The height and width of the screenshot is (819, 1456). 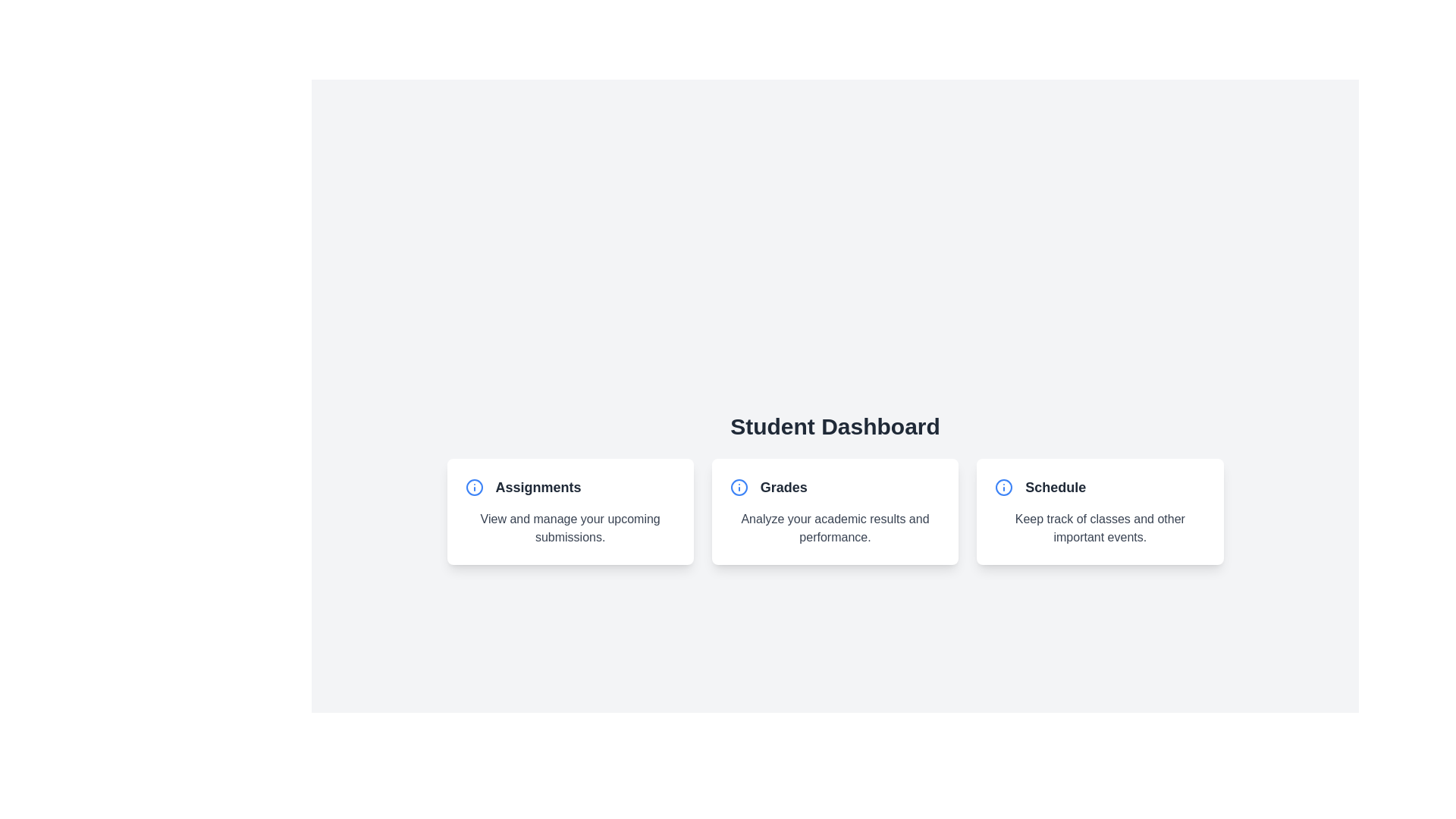 I want to click on the blue circular icon with an 'i' symbol located to the immediate left of the text 'Assignments' in the first card of the 'Student Dashboard' layout, so click(x=473, y=488).